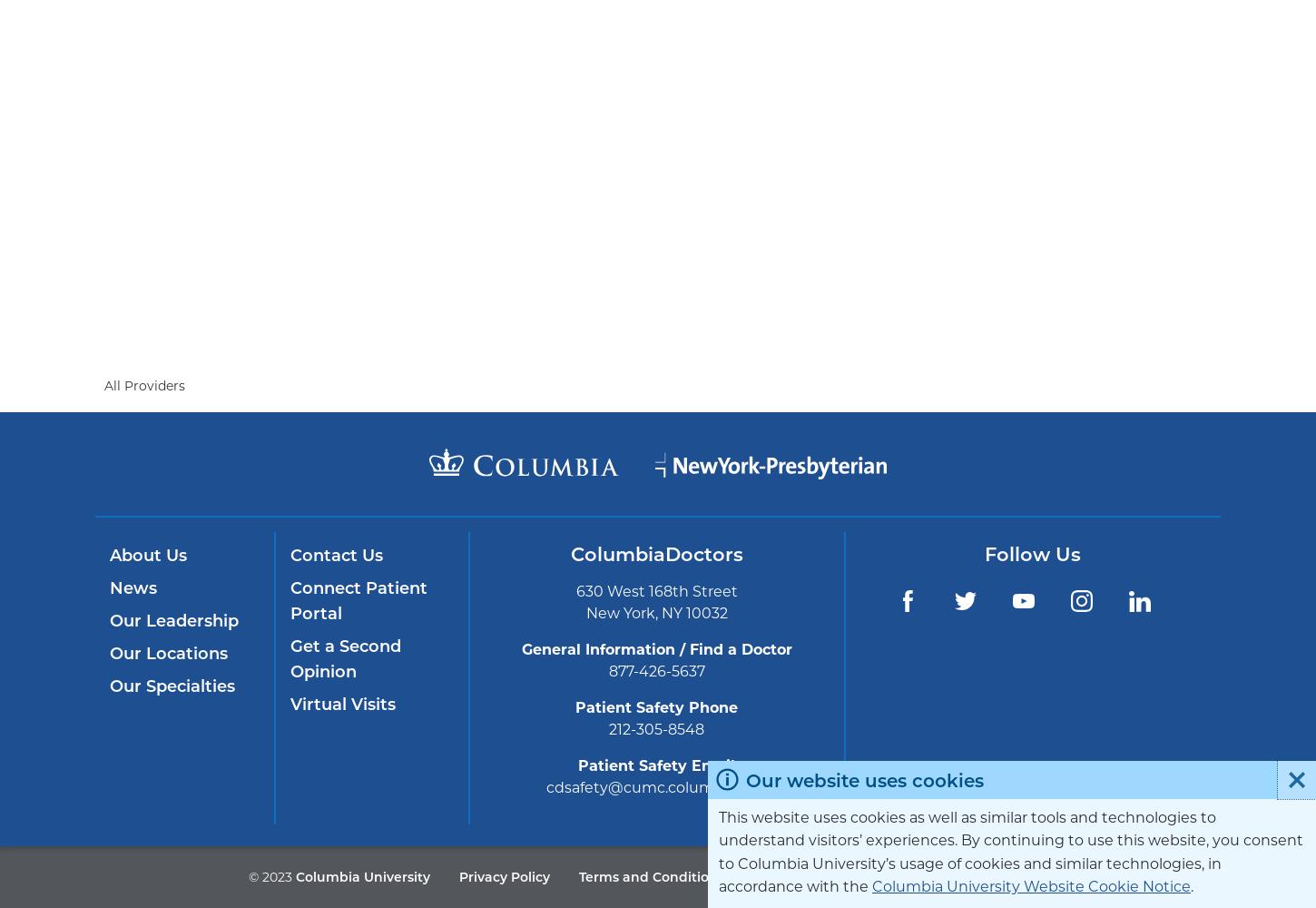 This screenshot has height=908, width=1316. What do you see at coordinates (341, 705) in the screenshot?
I see `'Virtual Visits'` at bounding box center [341, 705].